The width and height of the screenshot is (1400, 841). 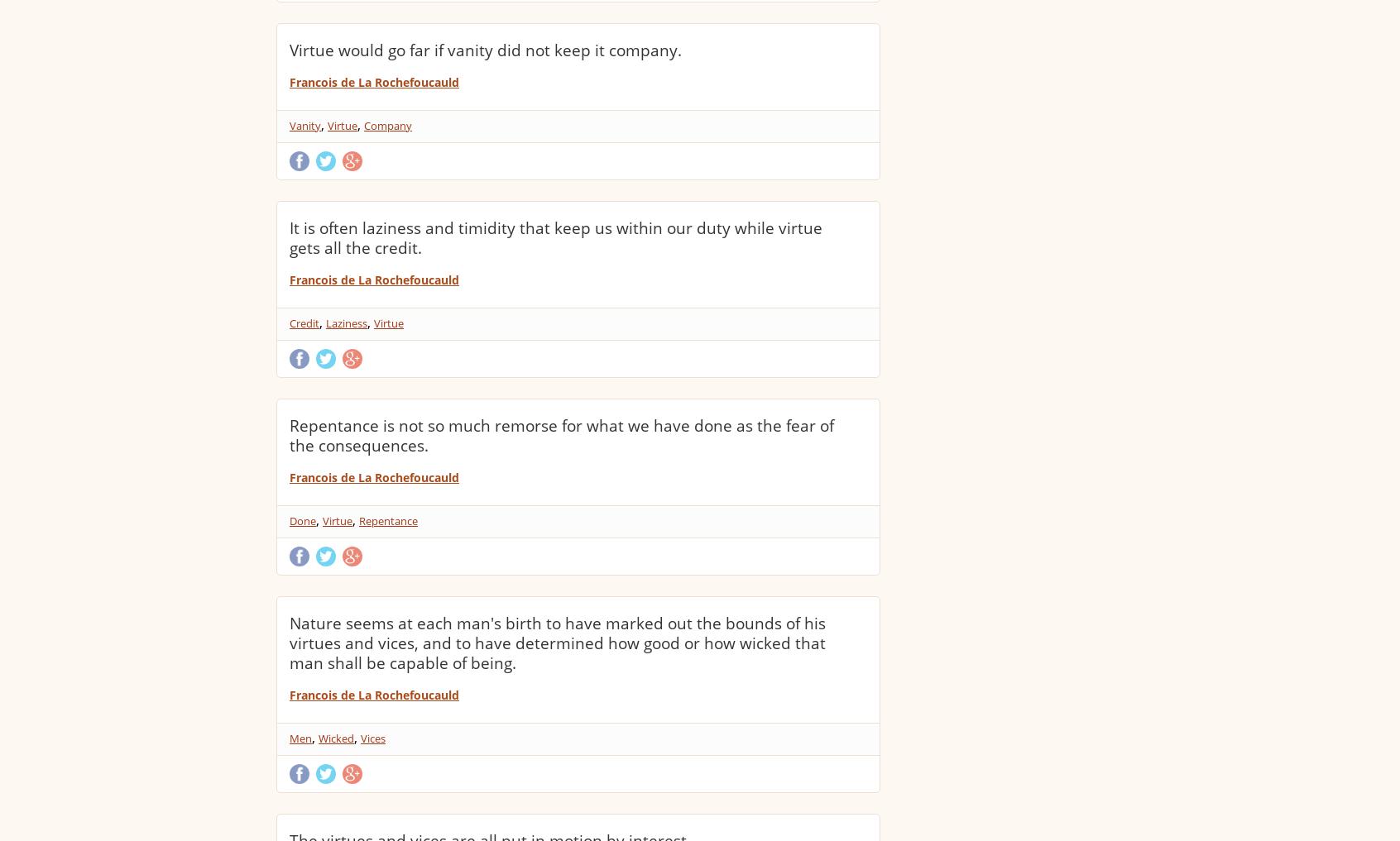 I want to click on 'Nature seems at each man's birth to have marked out the bounds of his virtues and vices, and to have determined how good or how wicked that man shall be capable of being.', so click(x=557, y=643).